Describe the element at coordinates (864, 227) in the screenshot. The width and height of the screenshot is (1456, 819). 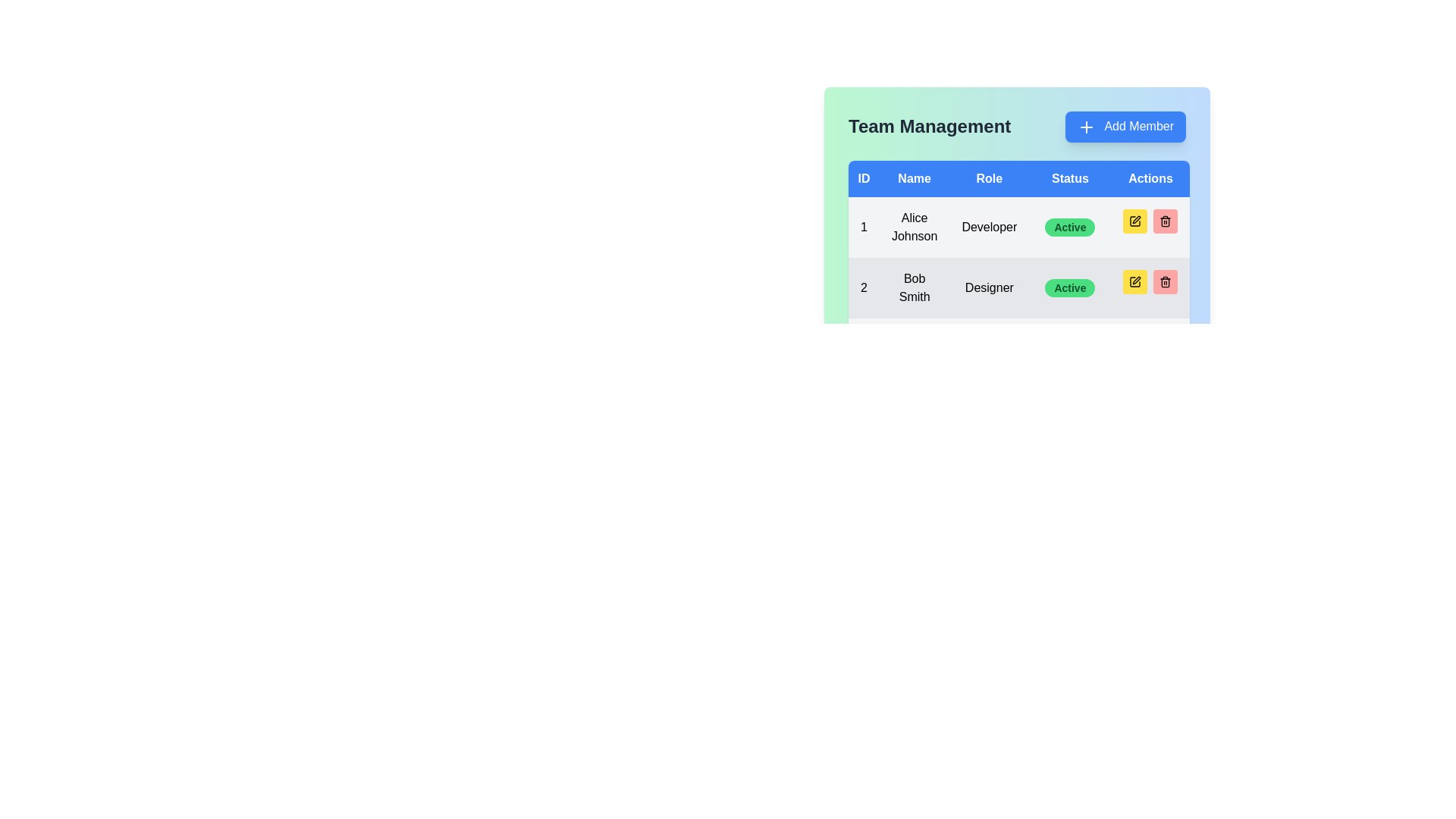
I see `the Text element that identifies the ID of the first entry in the table, corresponding to Alice Johnson` at that location.